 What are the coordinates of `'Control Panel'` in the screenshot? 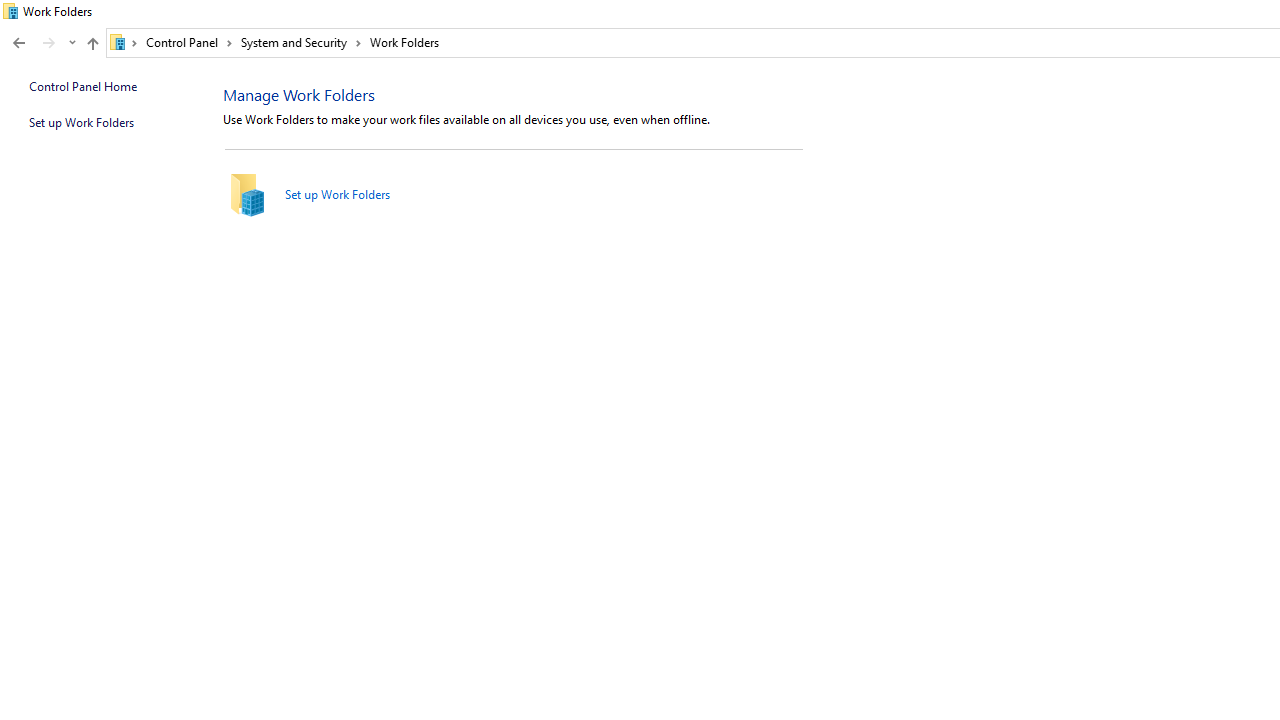 It's located at (189, 42).